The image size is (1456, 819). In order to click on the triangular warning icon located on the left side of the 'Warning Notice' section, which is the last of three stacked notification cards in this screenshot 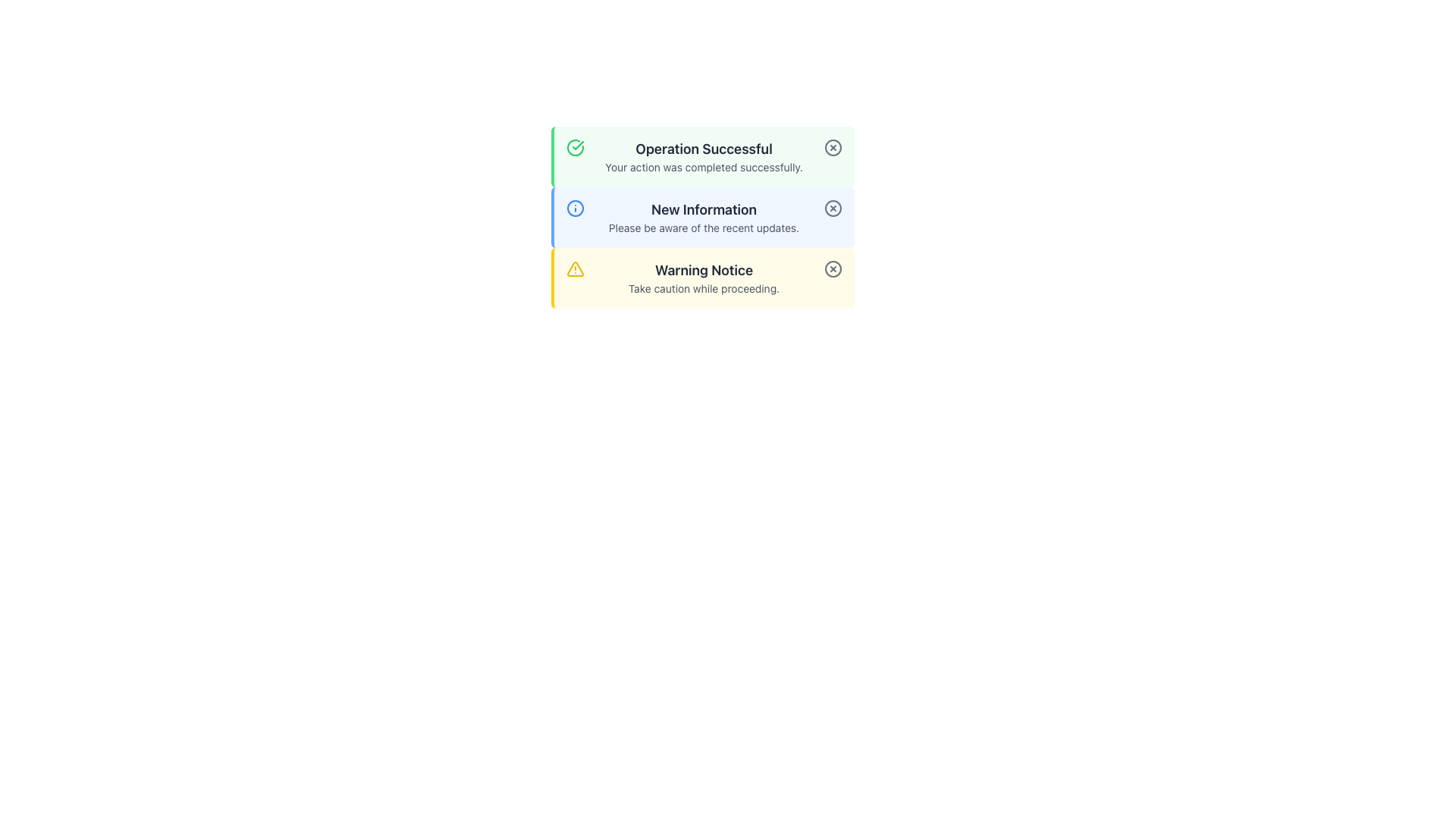, I will do `click(574, 268)`.